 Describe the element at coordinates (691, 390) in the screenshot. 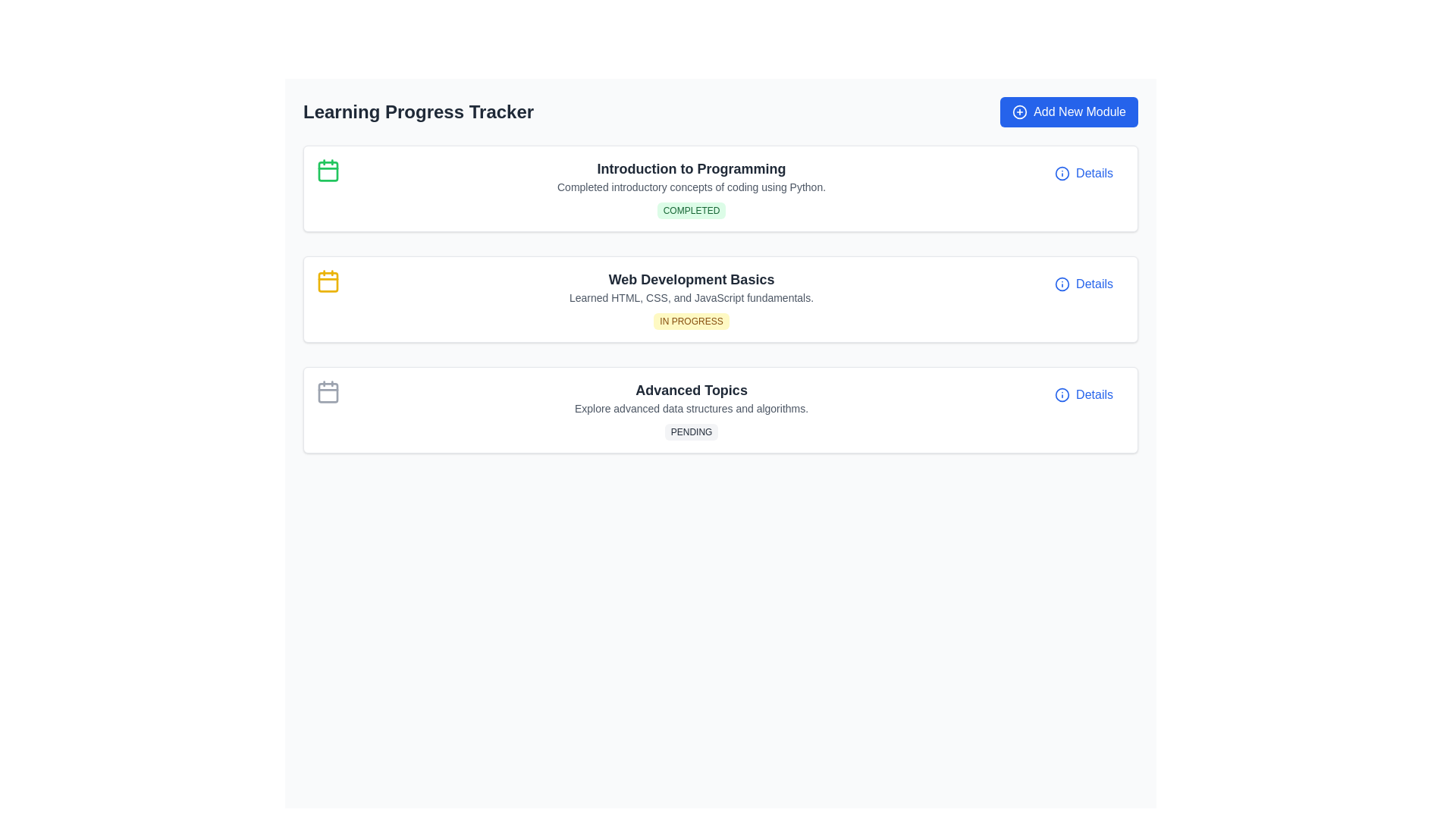

I see `the 'Advanced Topics' text label, which is styled with a large bold font in dark gray, serving as the title in the third module of the learning modules list` at that location.